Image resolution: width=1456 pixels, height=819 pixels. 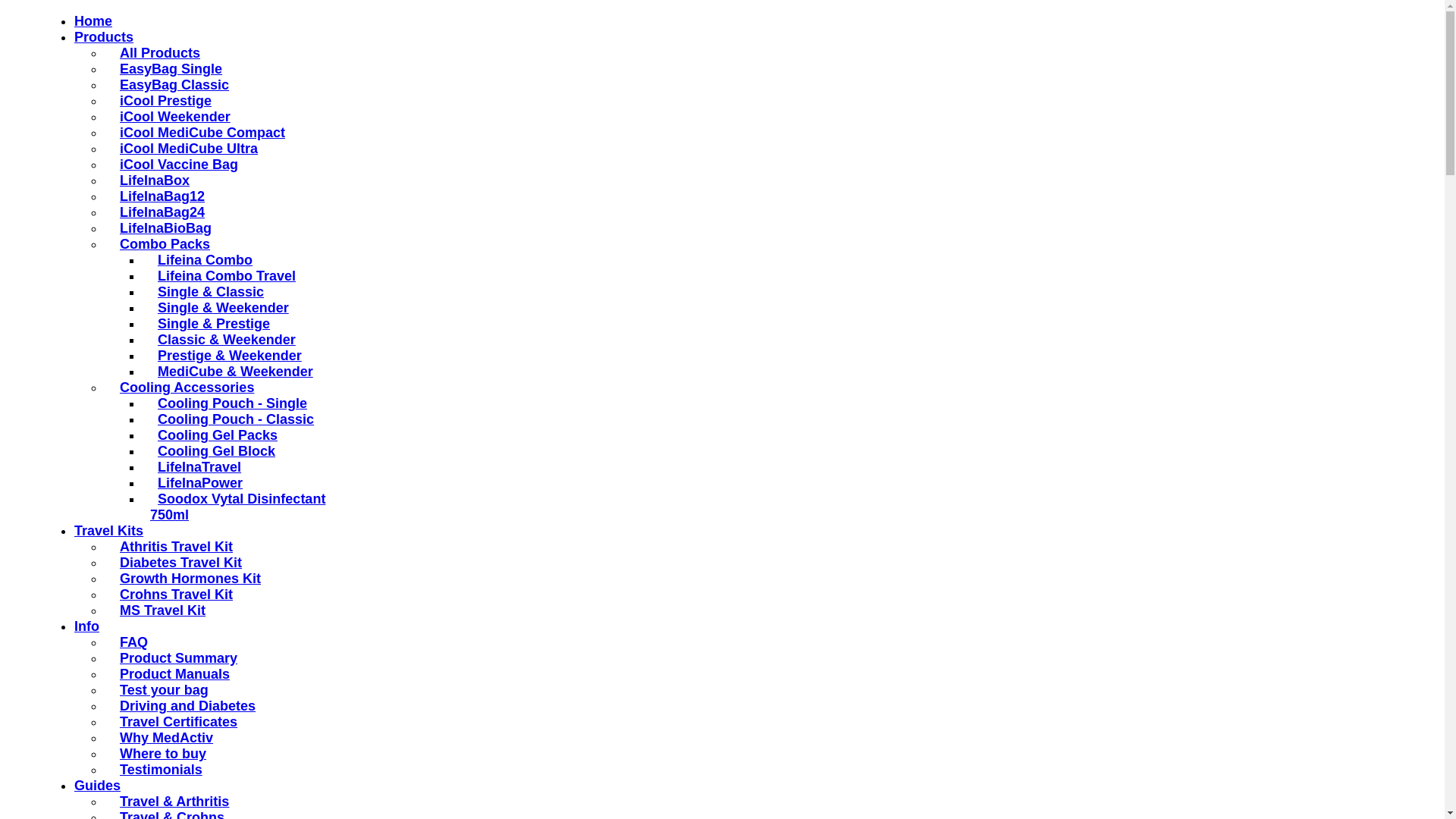 What do you see at coordinates (96, 785) in the screenshot?
I see `'Guides'` at bounding box center [96, 785].